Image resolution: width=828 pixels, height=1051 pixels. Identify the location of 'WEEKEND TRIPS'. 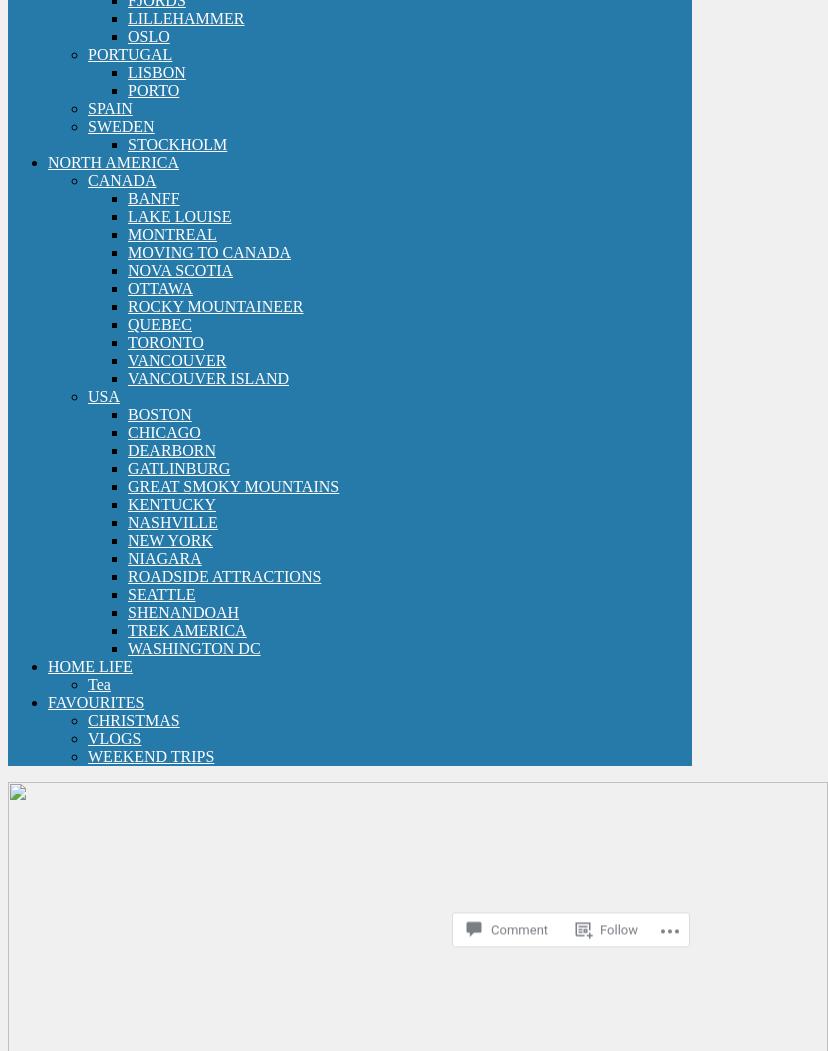
(88, 755).